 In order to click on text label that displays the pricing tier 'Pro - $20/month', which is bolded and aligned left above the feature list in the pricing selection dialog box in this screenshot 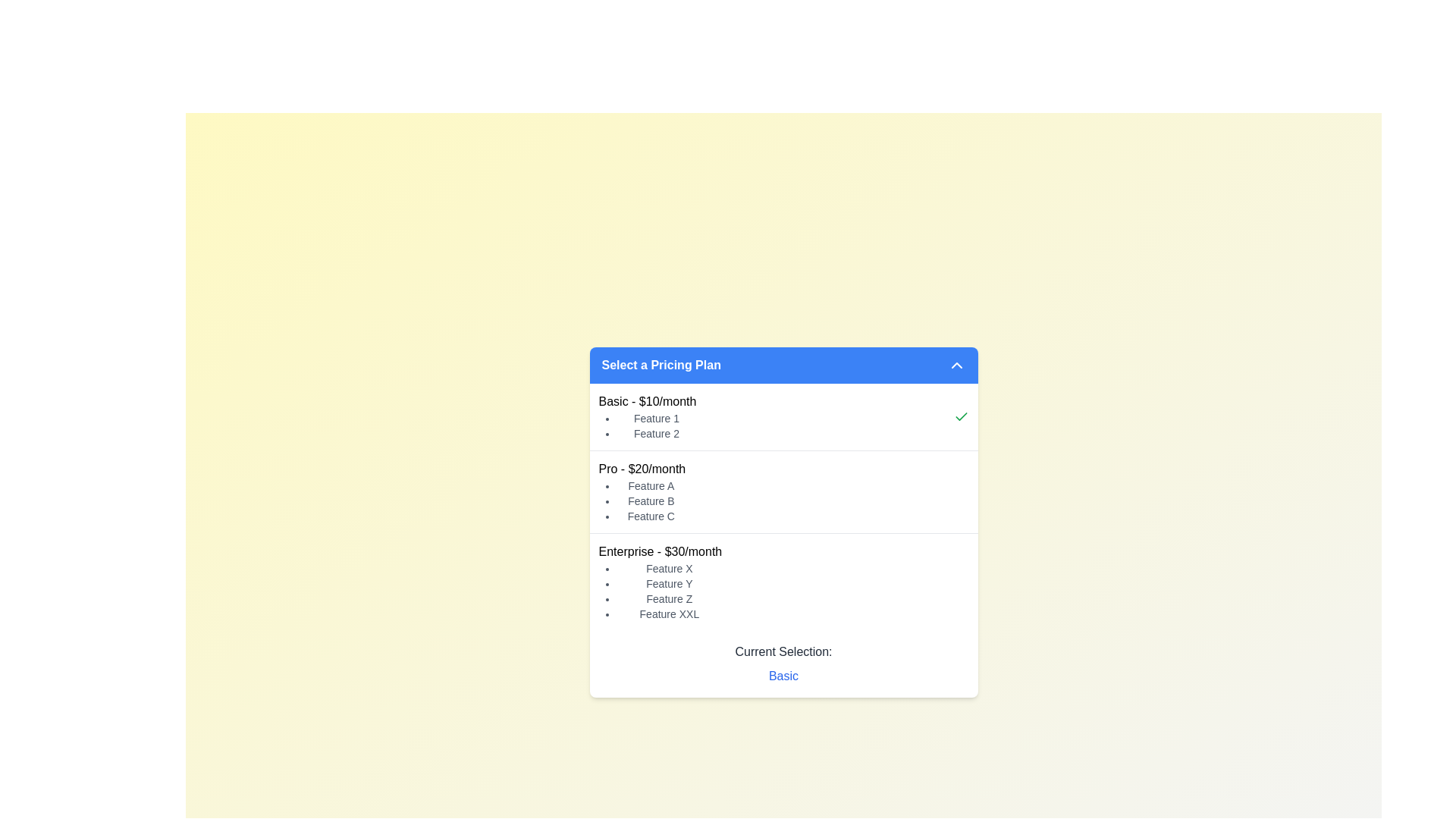, I will do `click(642, 468)`.